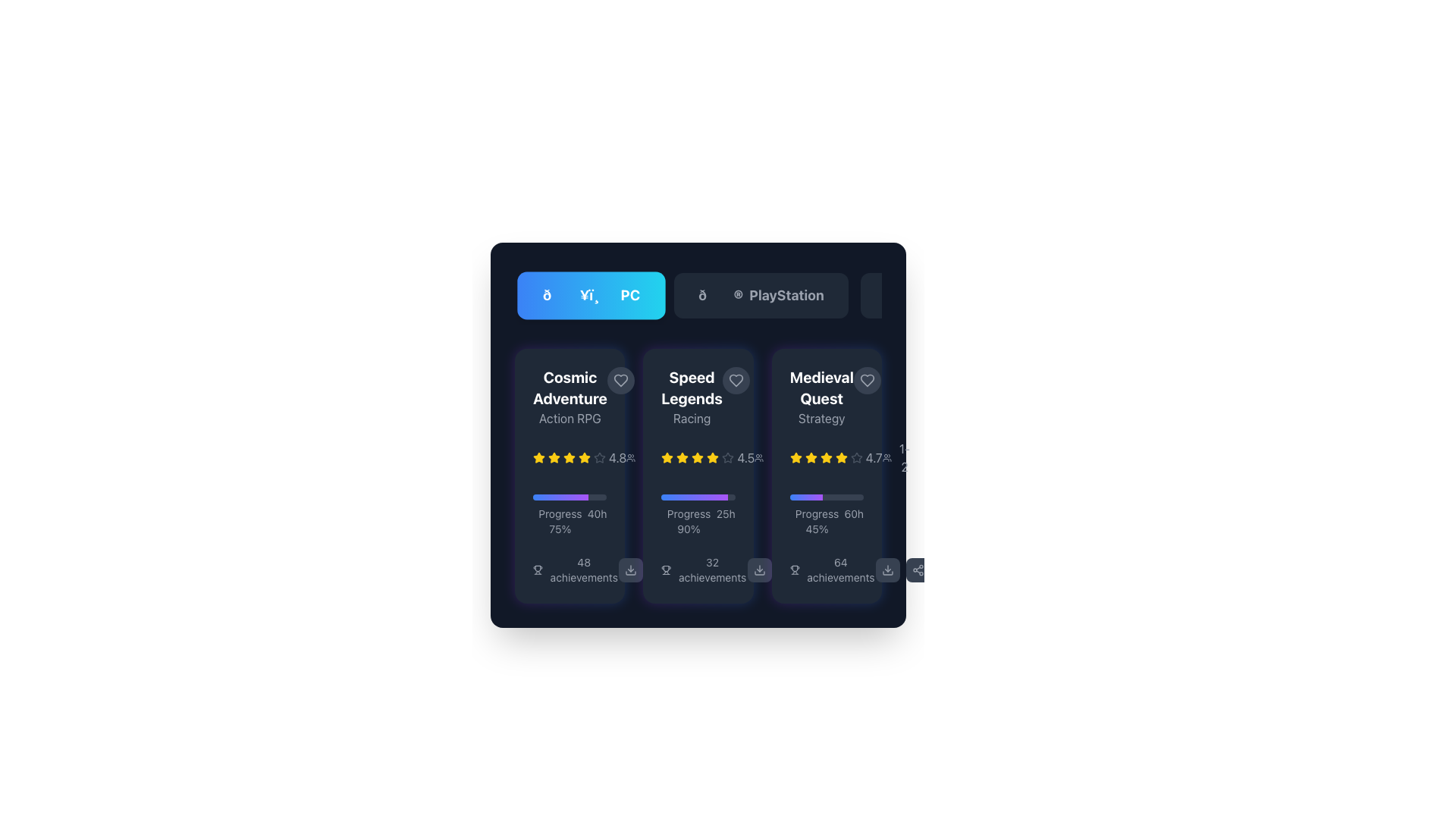 This screenshot has height=819, width=1456. I want to click on the text label displaying '48 achievements', which is styled in a modern sans-serif font and positioned below a trophy icon in the first card of a horizontally aligned set of three cards, so click(583, 570).